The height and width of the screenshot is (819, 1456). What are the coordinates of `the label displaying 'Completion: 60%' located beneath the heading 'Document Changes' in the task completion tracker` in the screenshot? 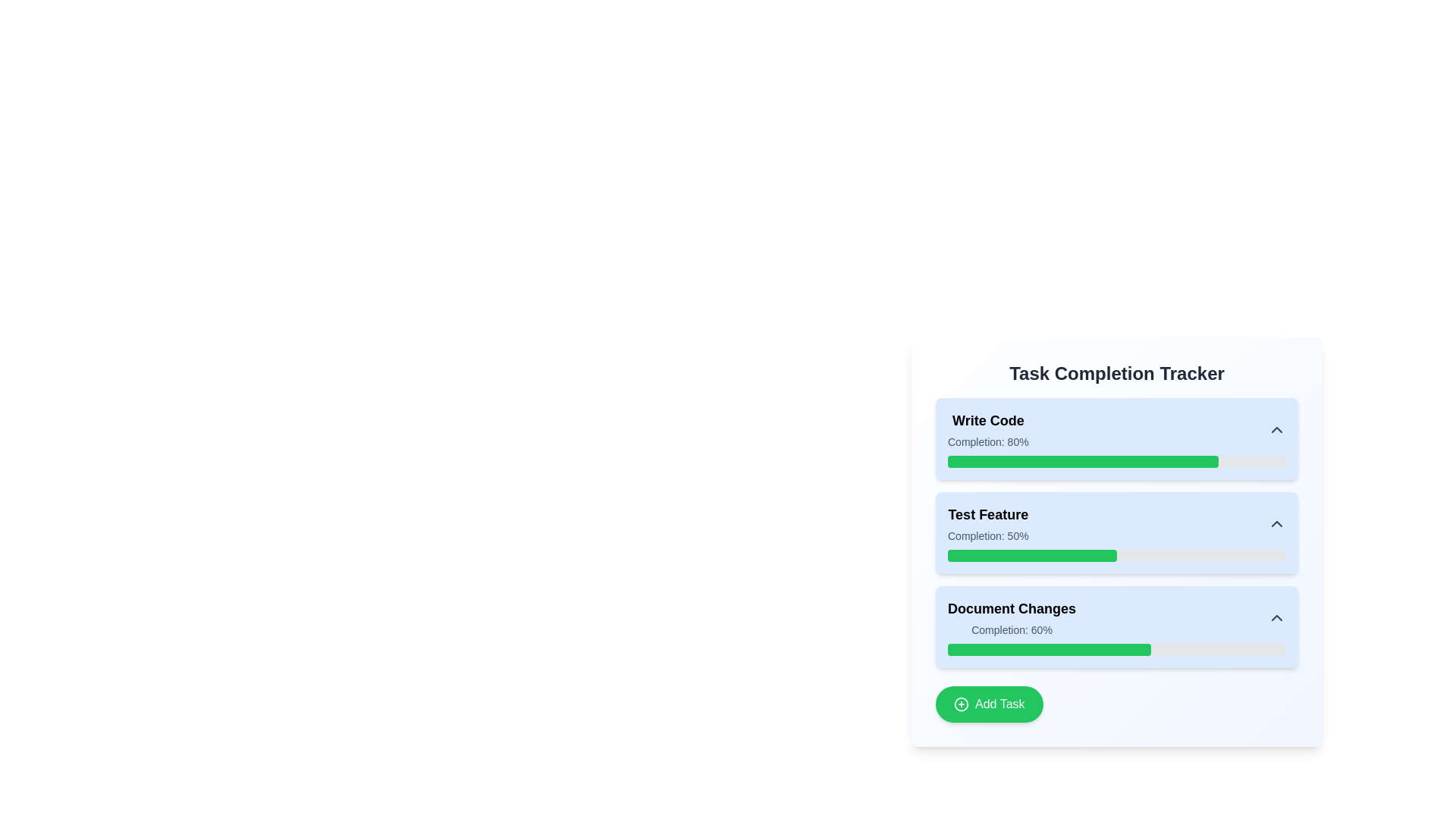 It's located at (1012, 629).